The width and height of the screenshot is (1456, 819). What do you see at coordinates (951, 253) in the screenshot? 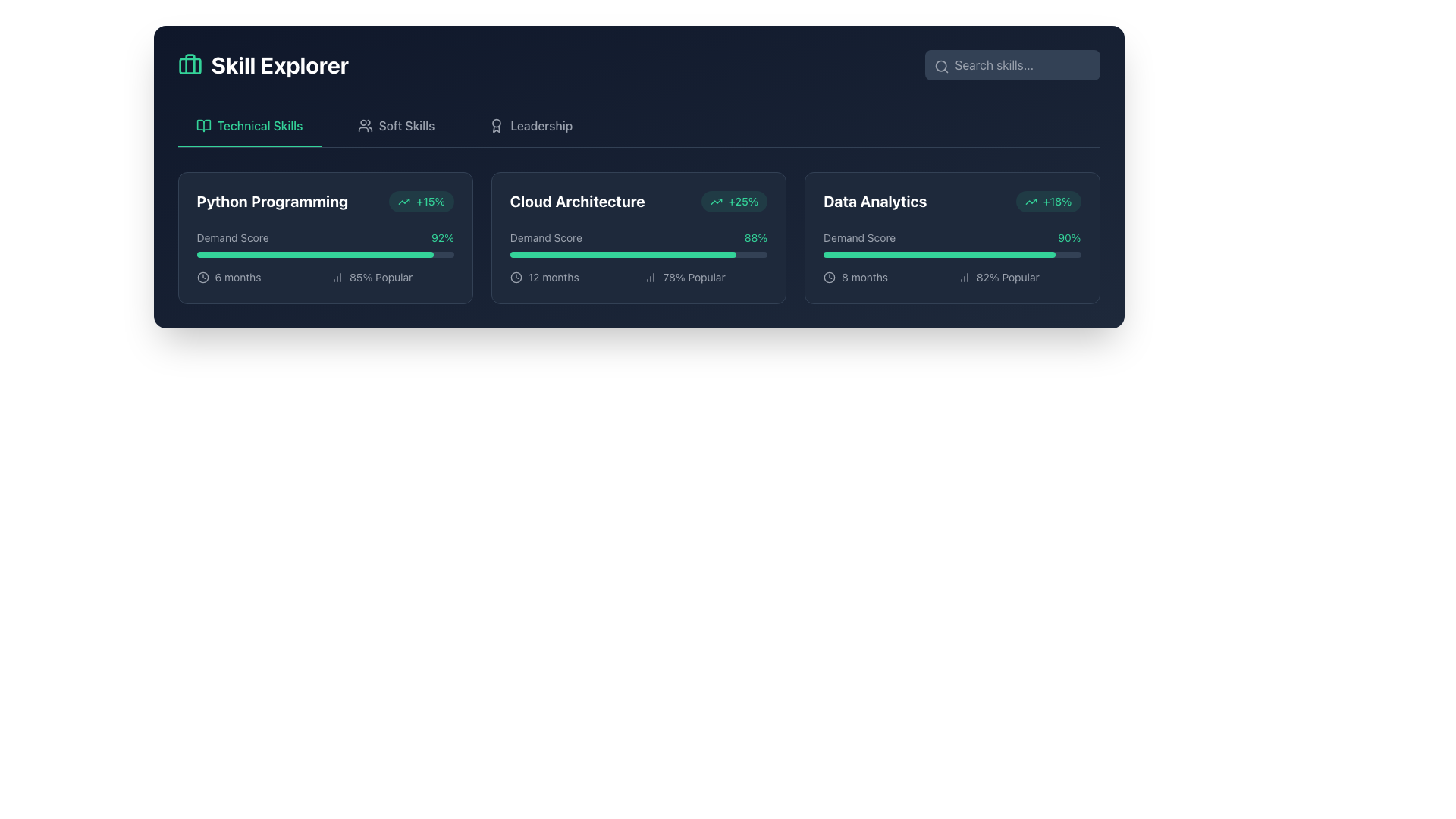
I see `the Progress bar located in the 'Data Analytics' card below 'Demand Score' and adjacent to '90%'` at bounding box center [951, 253].